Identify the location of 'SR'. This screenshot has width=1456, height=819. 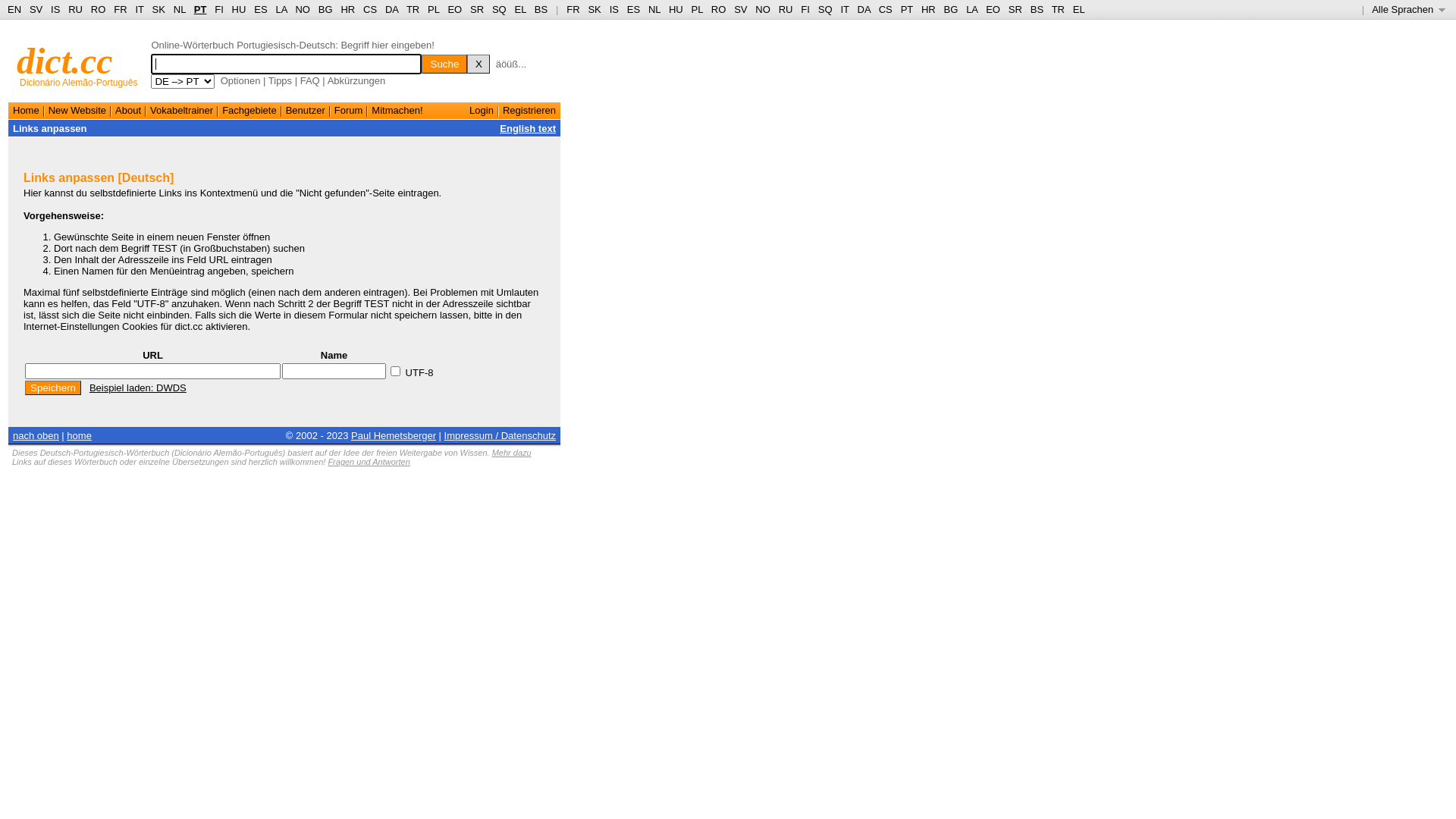
(475, 9).